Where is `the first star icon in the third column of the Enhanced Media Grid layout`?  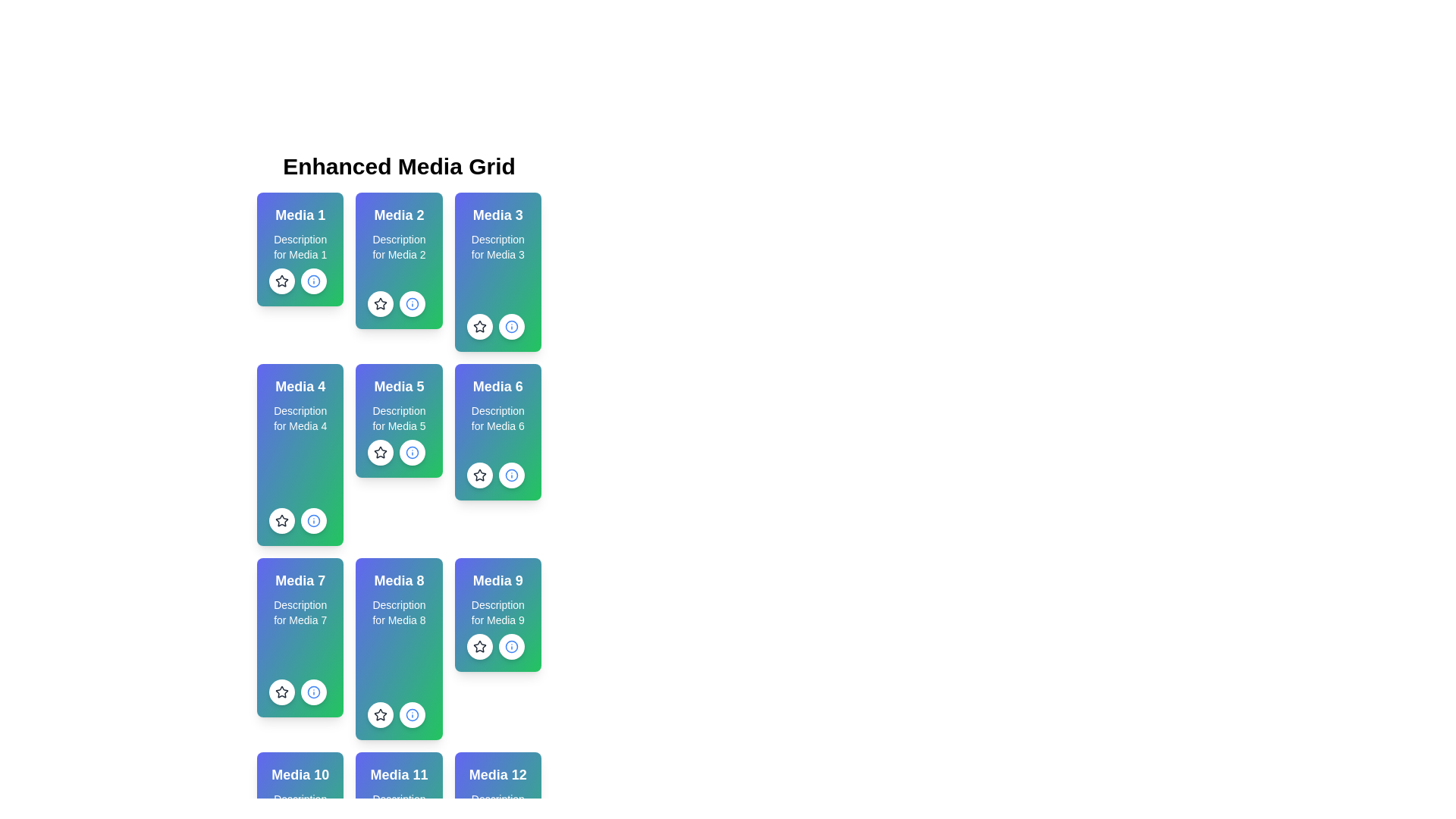
the first star icon in the third column of the Enhanced Media Grid layout is located at coordinates (479, 325).